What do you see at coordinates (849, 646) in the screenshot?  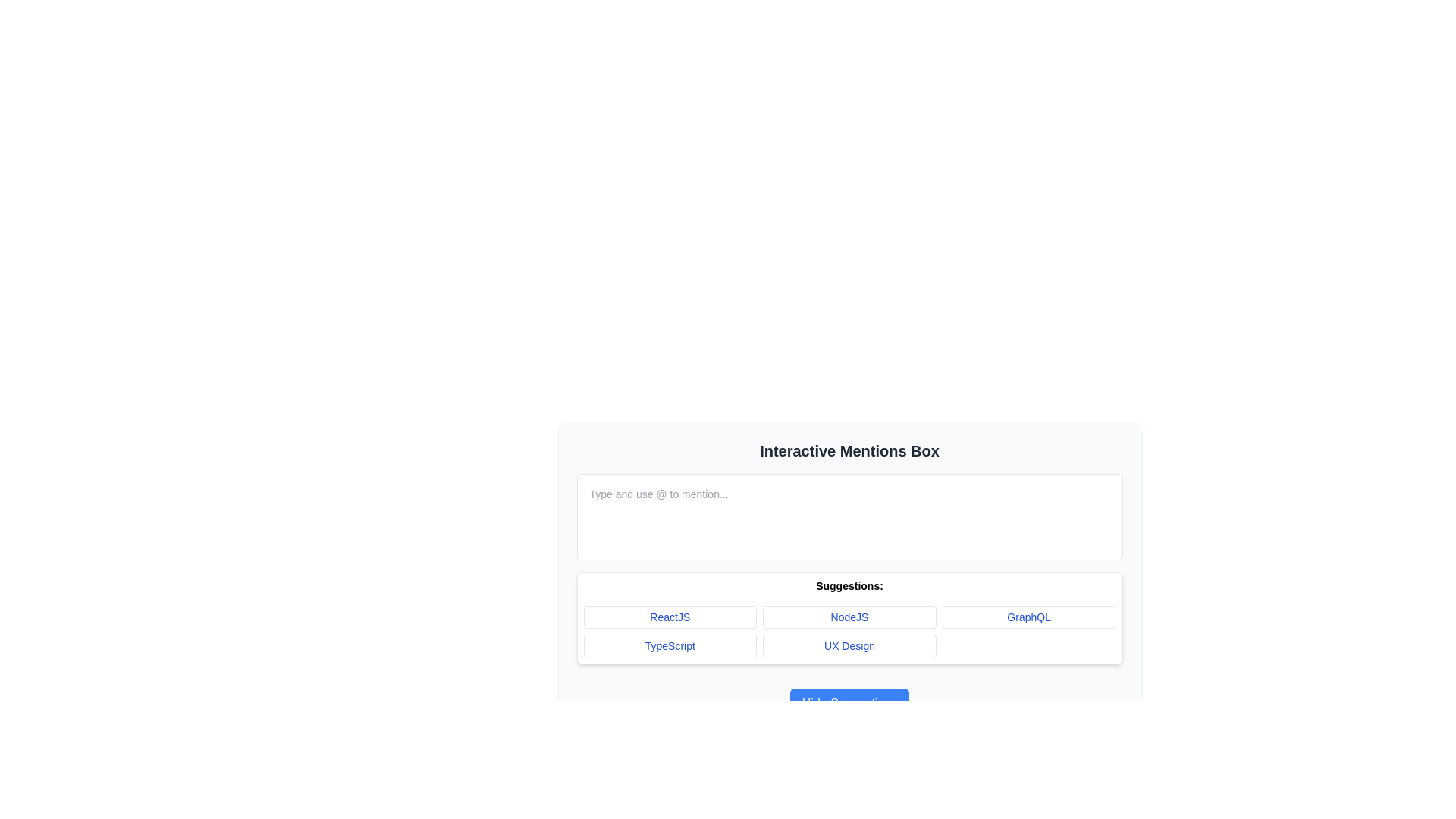 I see `the button labeled 'UX Design', which is a rectangular button with a blue text label and is located in the second row, second column of a 3x2 grid layout under 'Suggestions'` at bounding box center [849, 646].